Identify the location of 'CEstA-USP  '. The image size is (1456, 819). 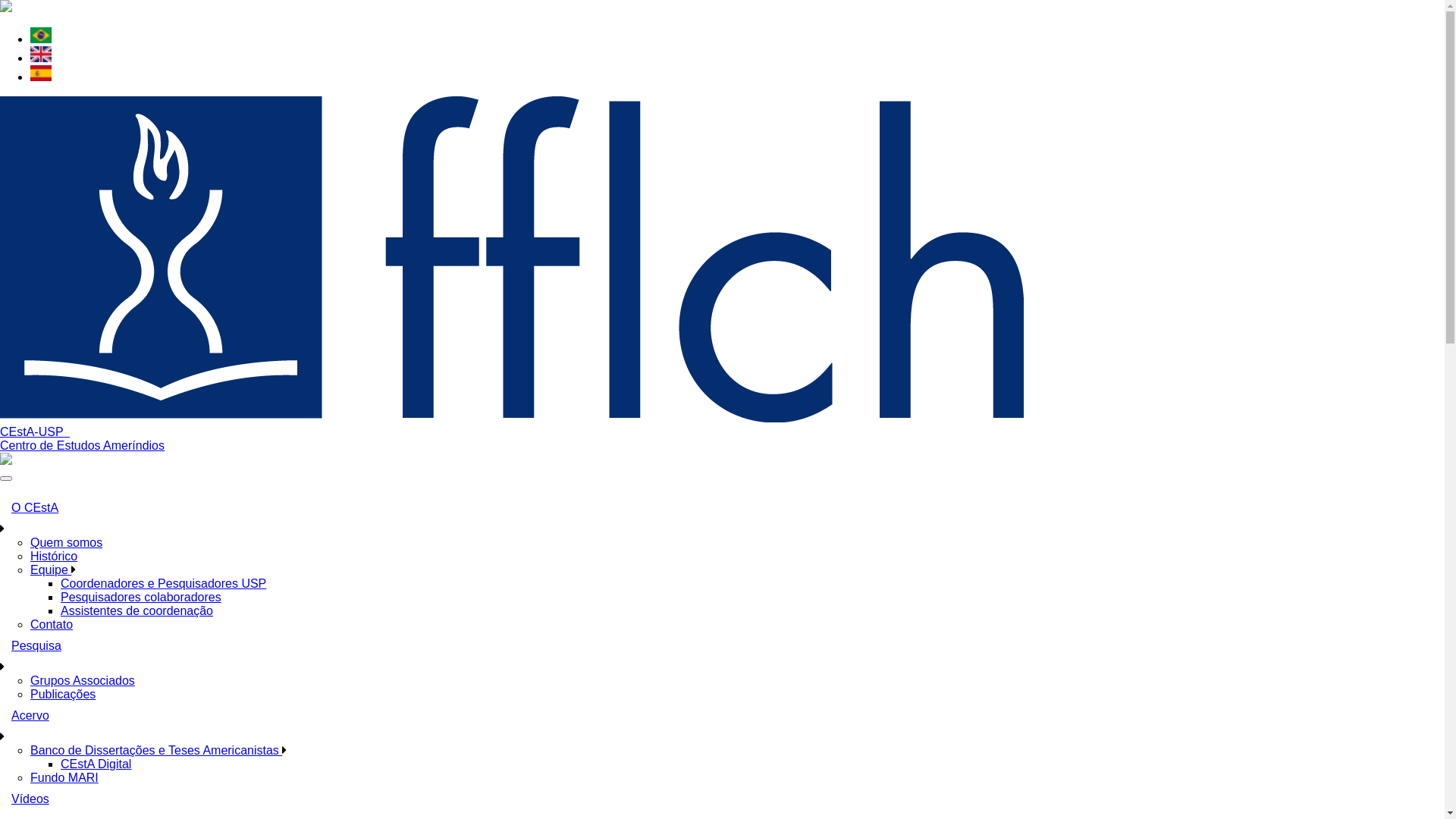
(35, 431).